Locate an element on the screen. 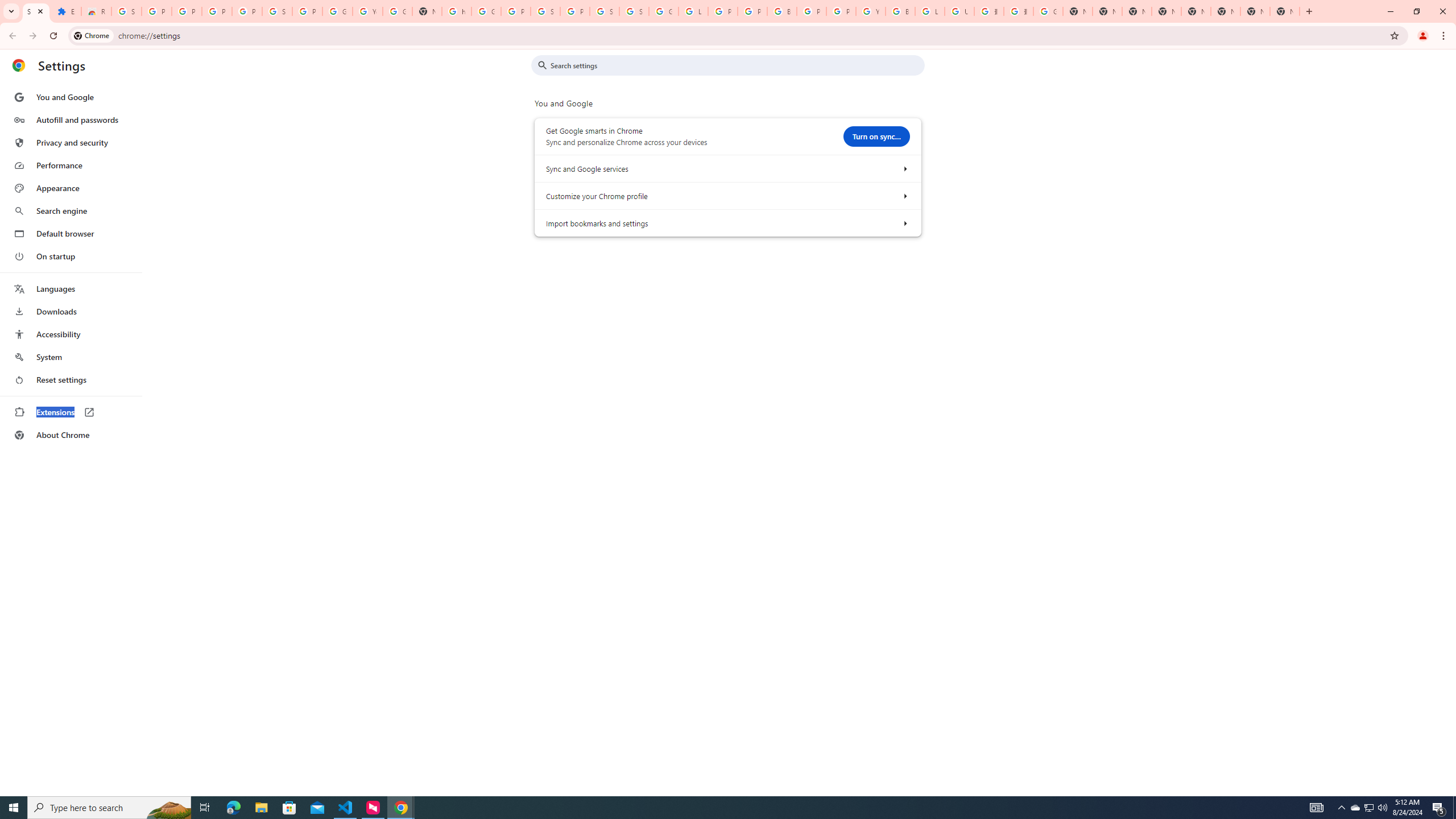 The width and height of the screenshot is (1456, 819). 'Default browser' is located at coordinates (70, 233).